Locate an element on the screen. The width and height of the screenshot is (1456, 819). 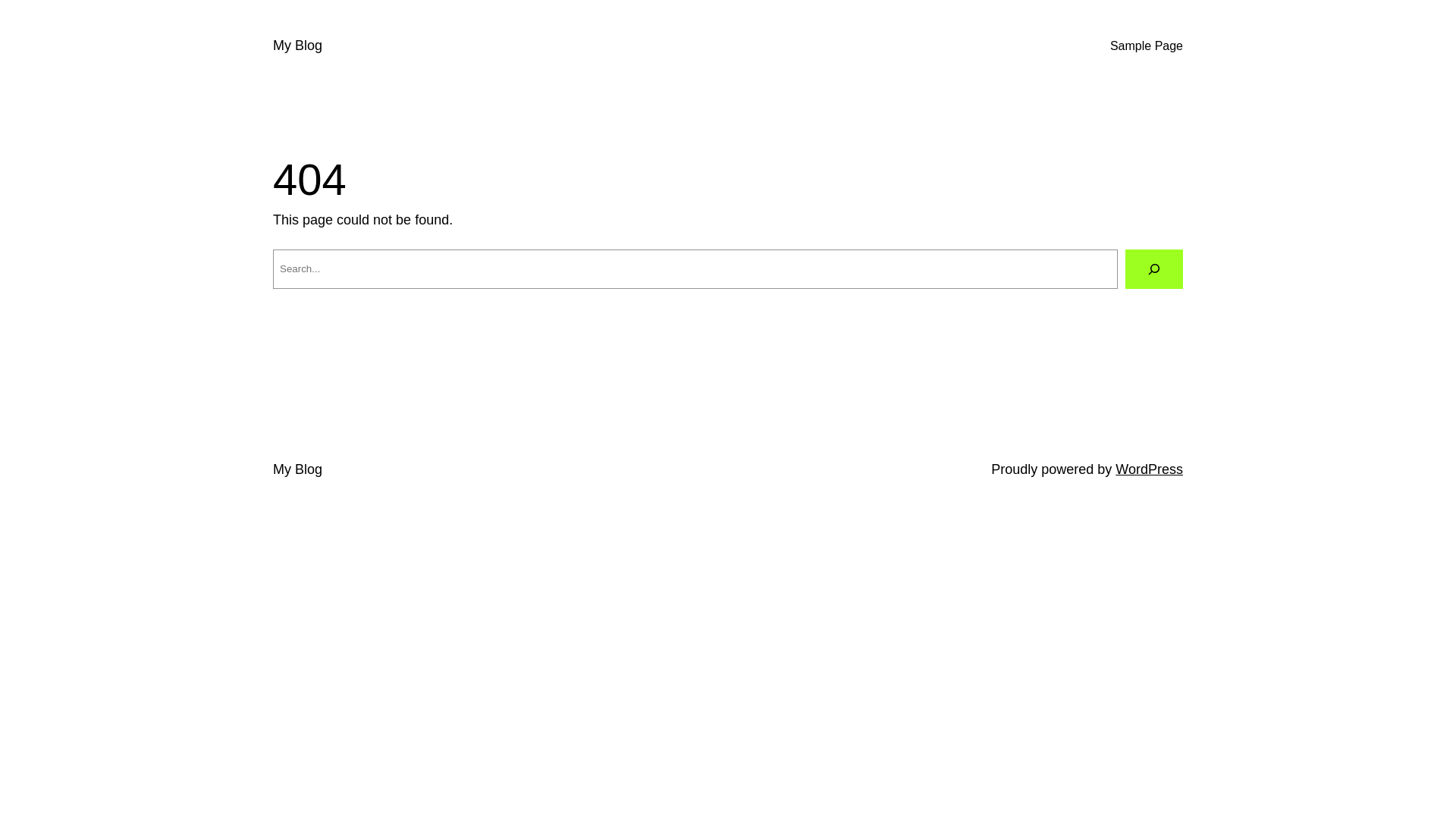
'Sample Page' is located at coordinates (1147, 45).